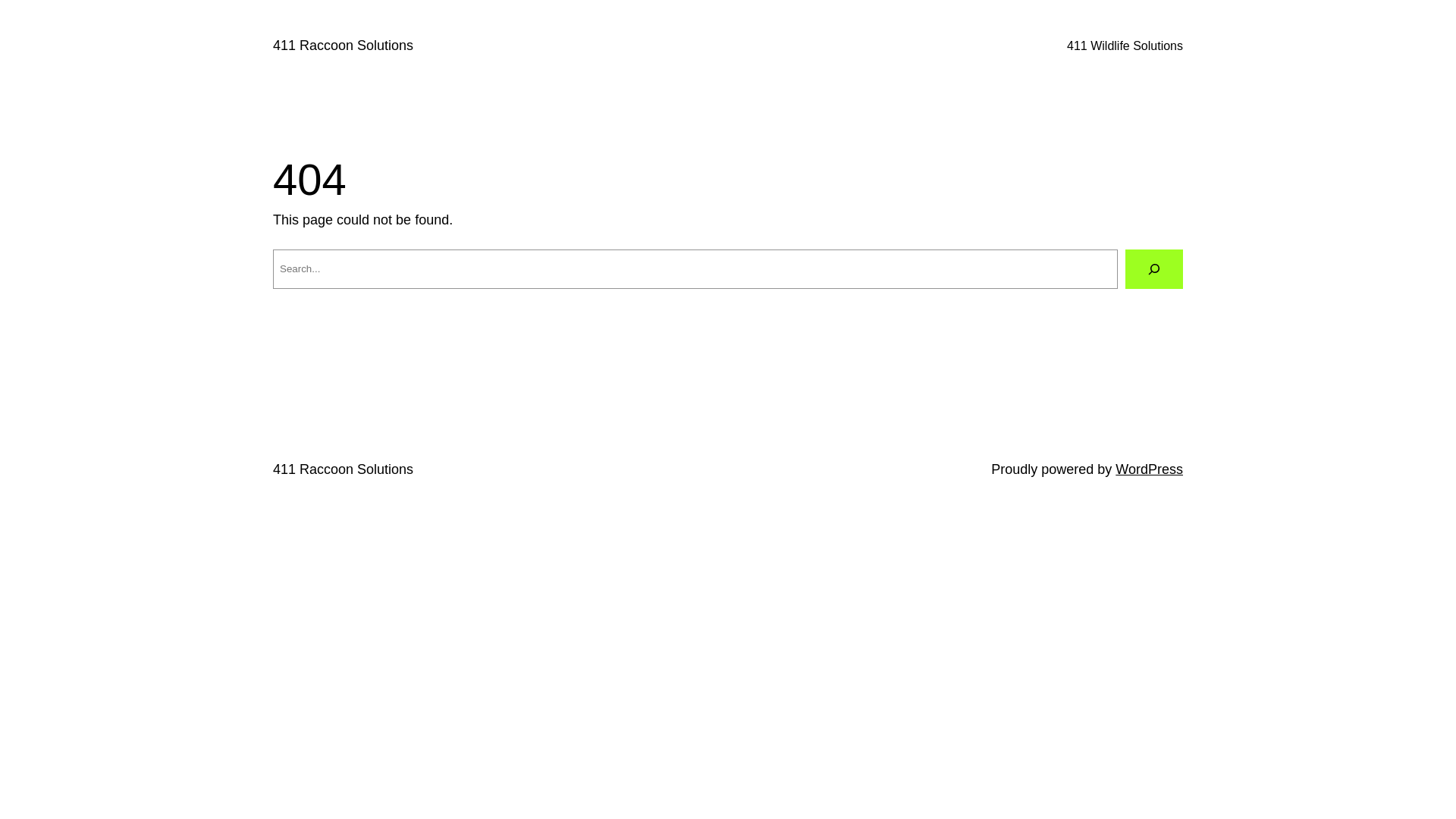  I want to click on '411 Wildlife Solutions', so click(1065, 45).